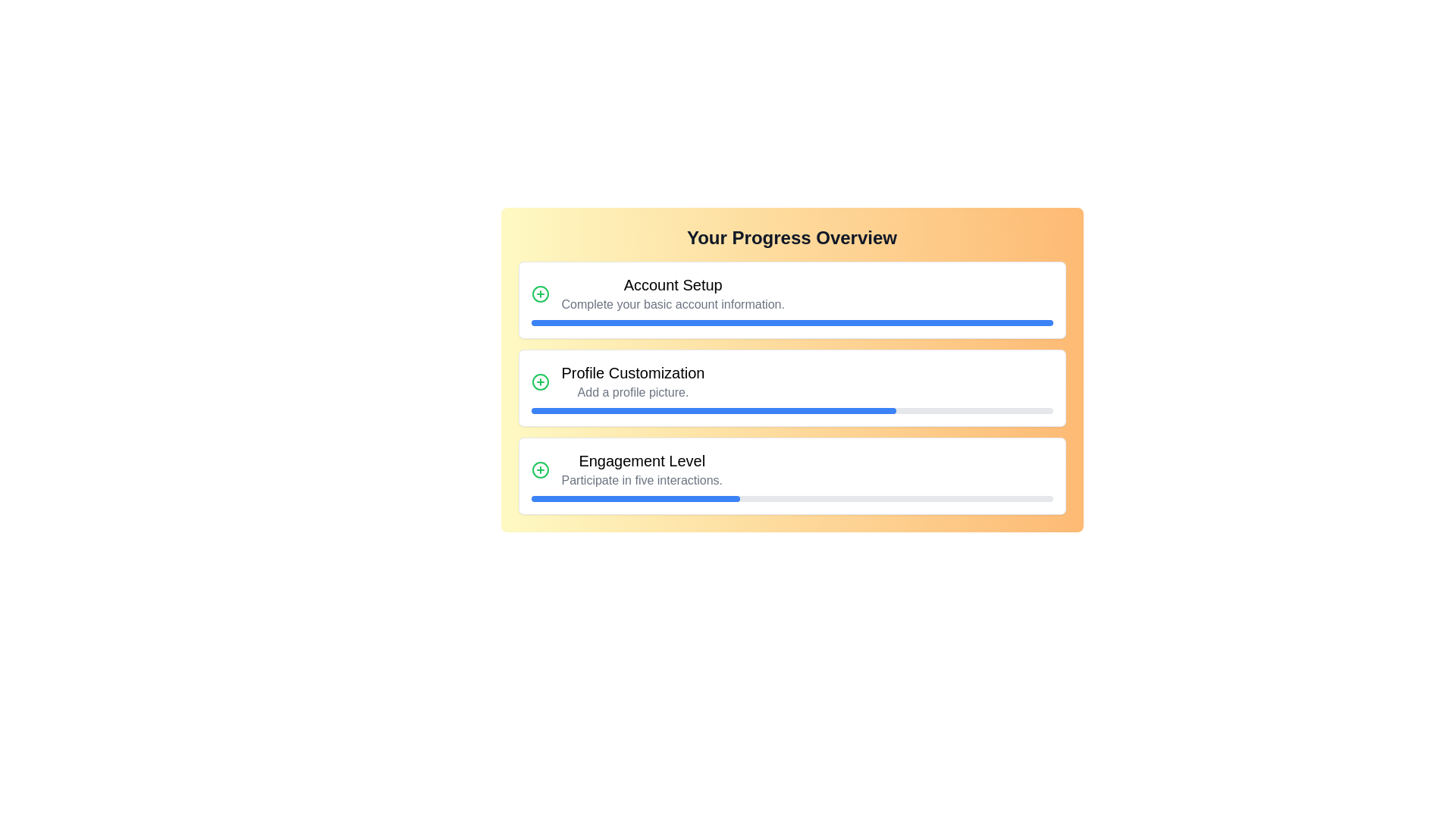 Image resolution: width=1456 pixels, height=819 pixels. Describe the element at coordinates (540, 294) in the screenshot. I see `the icon located to the left of the 'Account Setup' text in the 'Your Progress Overview' interface to initiate an action` at that location.